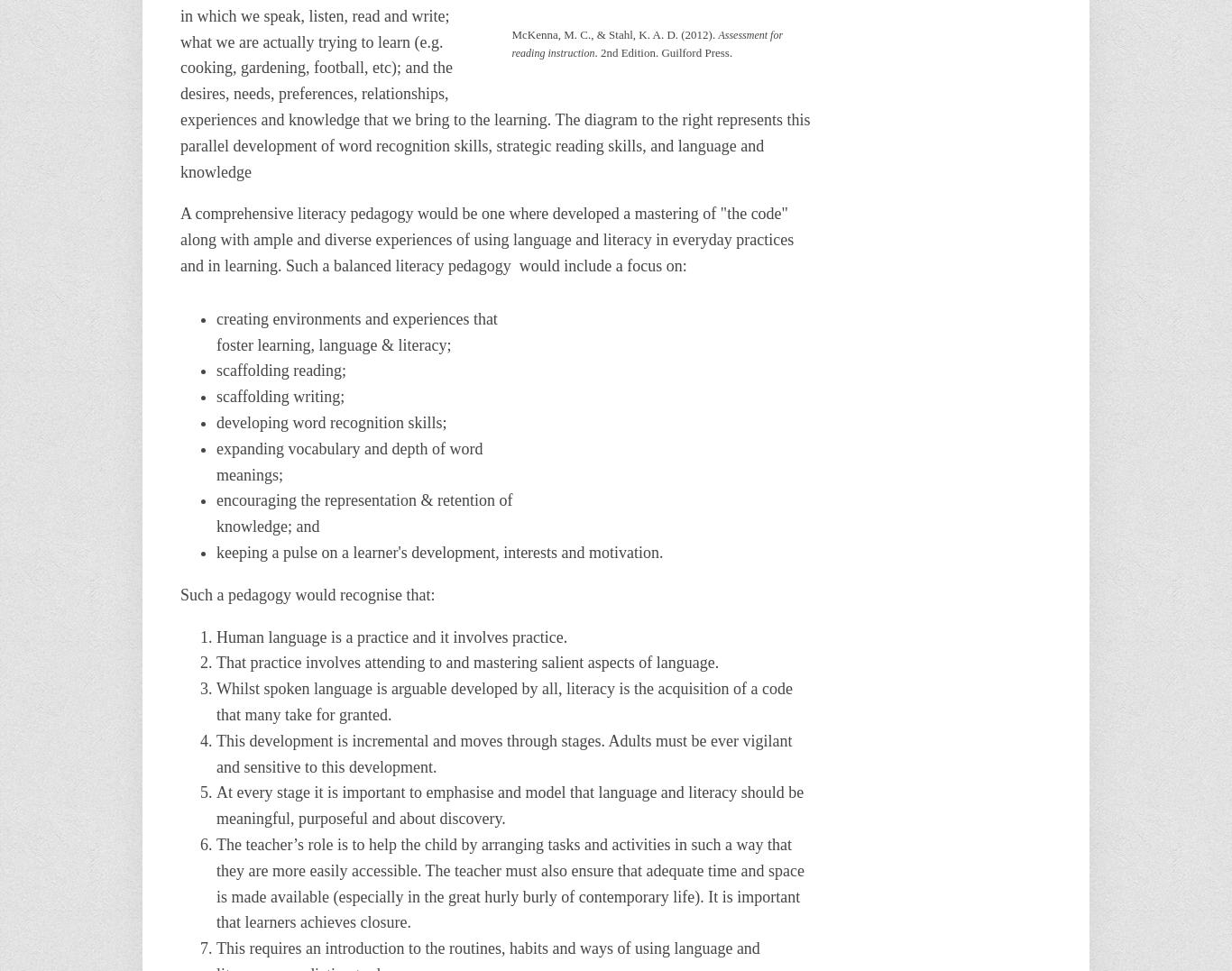 This screenshot has height=971, width=1232. What do you see at coordinates (280, 370) in the screenshot?
I see `'scaffolding reading;'` at bounding box center [280, 370].